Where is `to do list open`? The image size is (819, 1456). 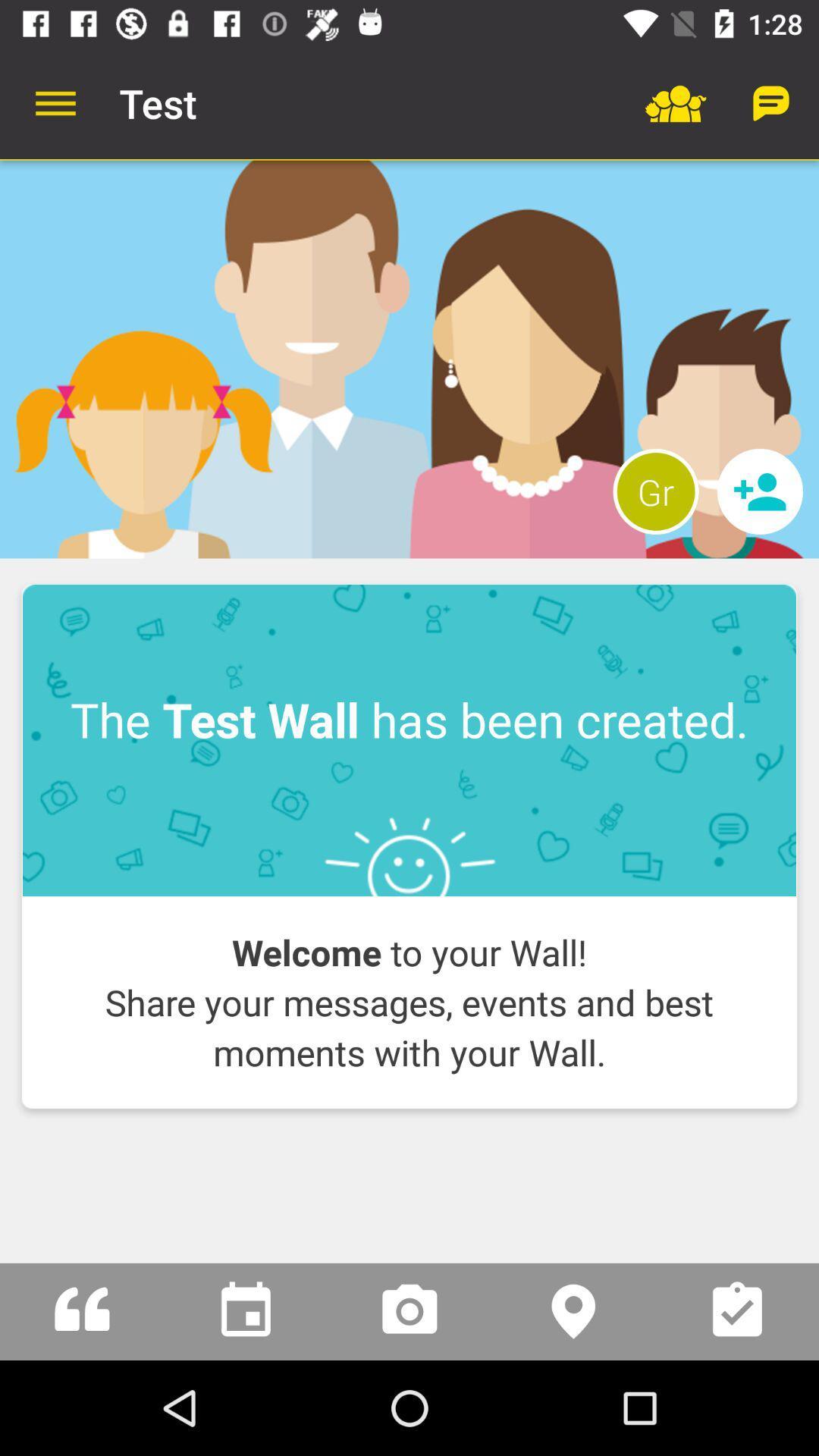
to do list open is located at coordinates (736, 1310).